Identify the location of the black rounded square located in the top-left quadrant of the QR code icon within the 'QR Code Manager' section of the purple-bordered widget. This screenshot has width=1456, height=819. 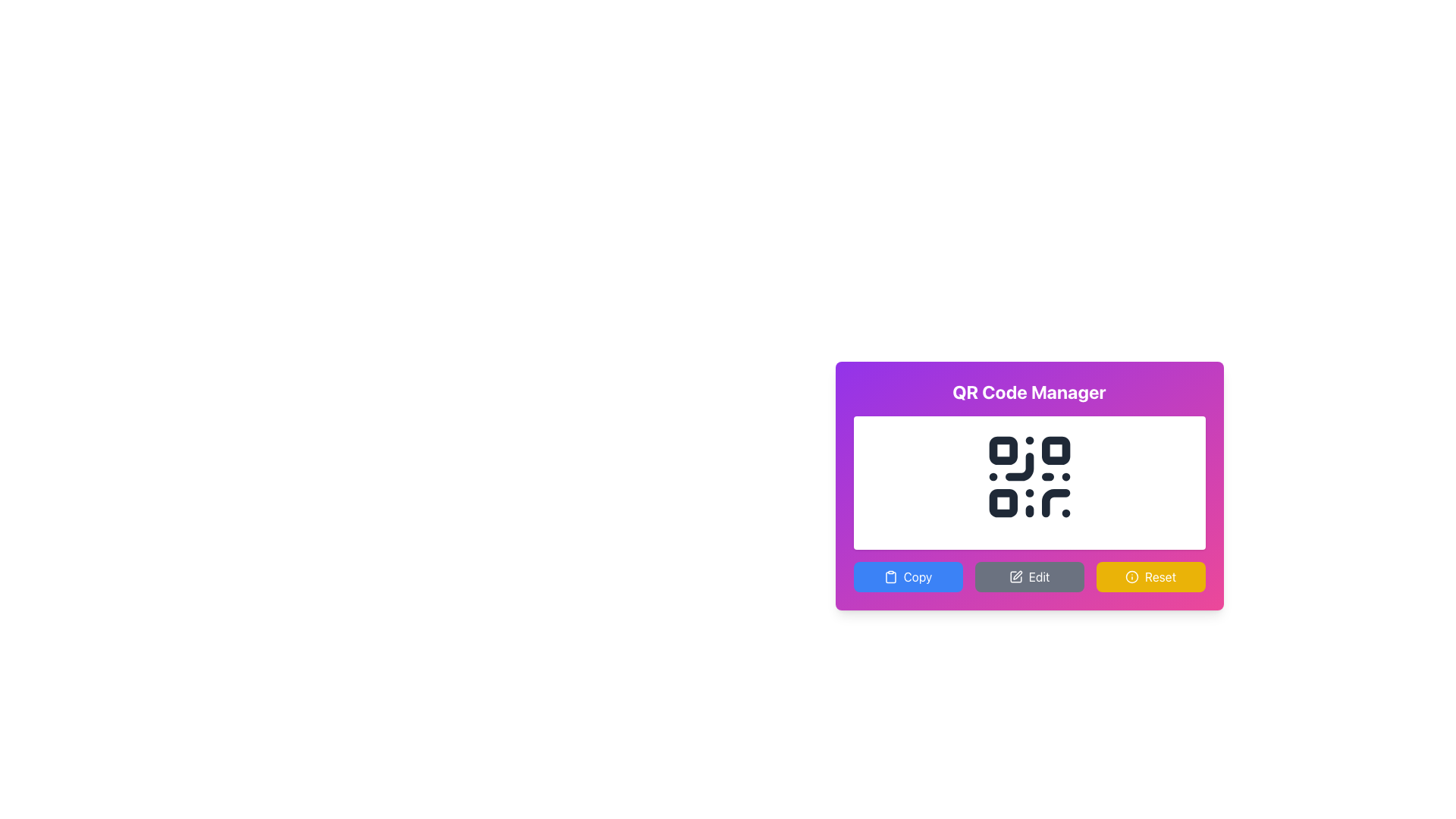
(1003, 450).